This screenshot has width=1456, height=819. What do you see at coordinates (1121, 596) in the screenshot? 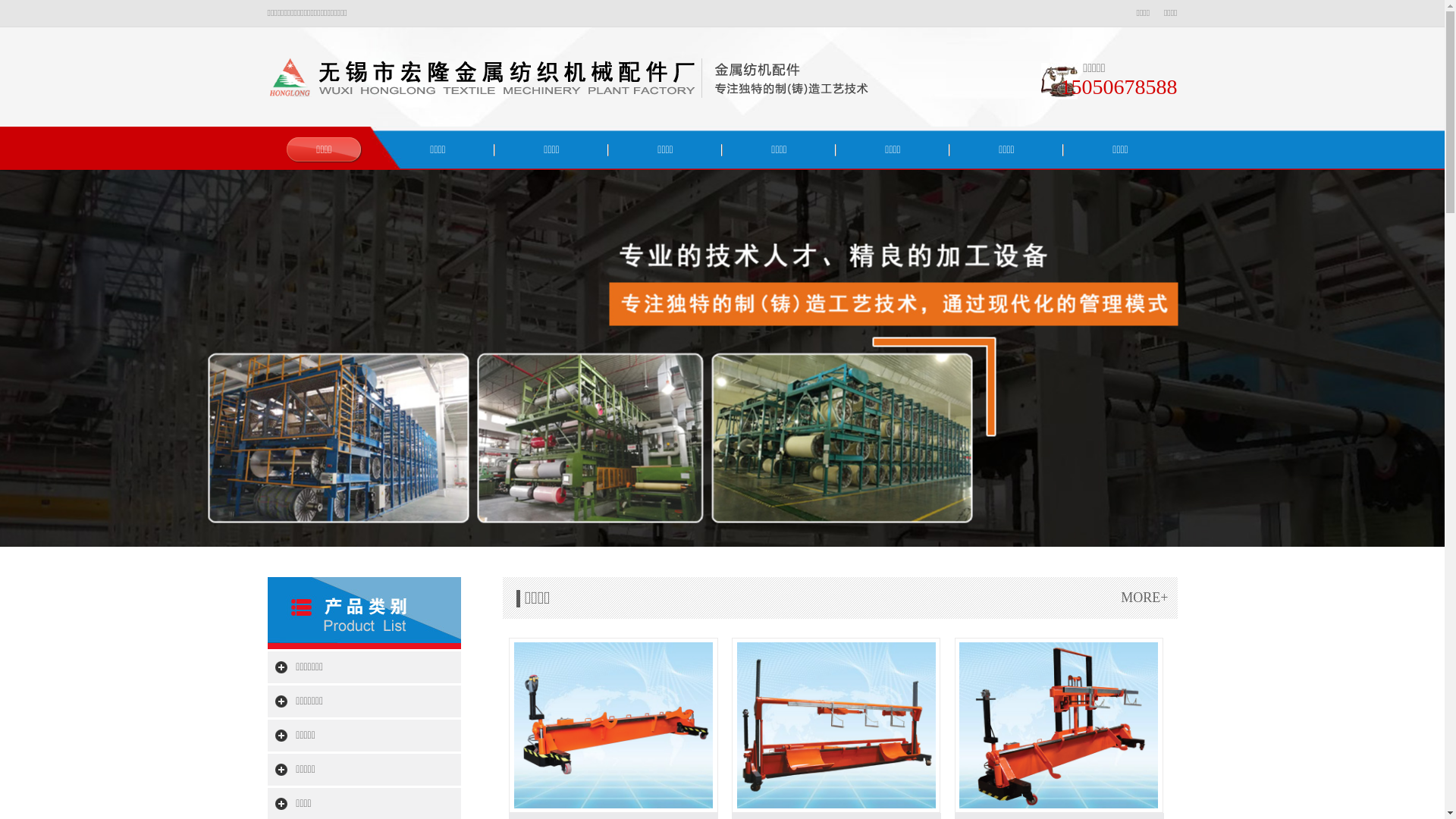
I see `'MORE+'` at bounding box center [1121, 596].